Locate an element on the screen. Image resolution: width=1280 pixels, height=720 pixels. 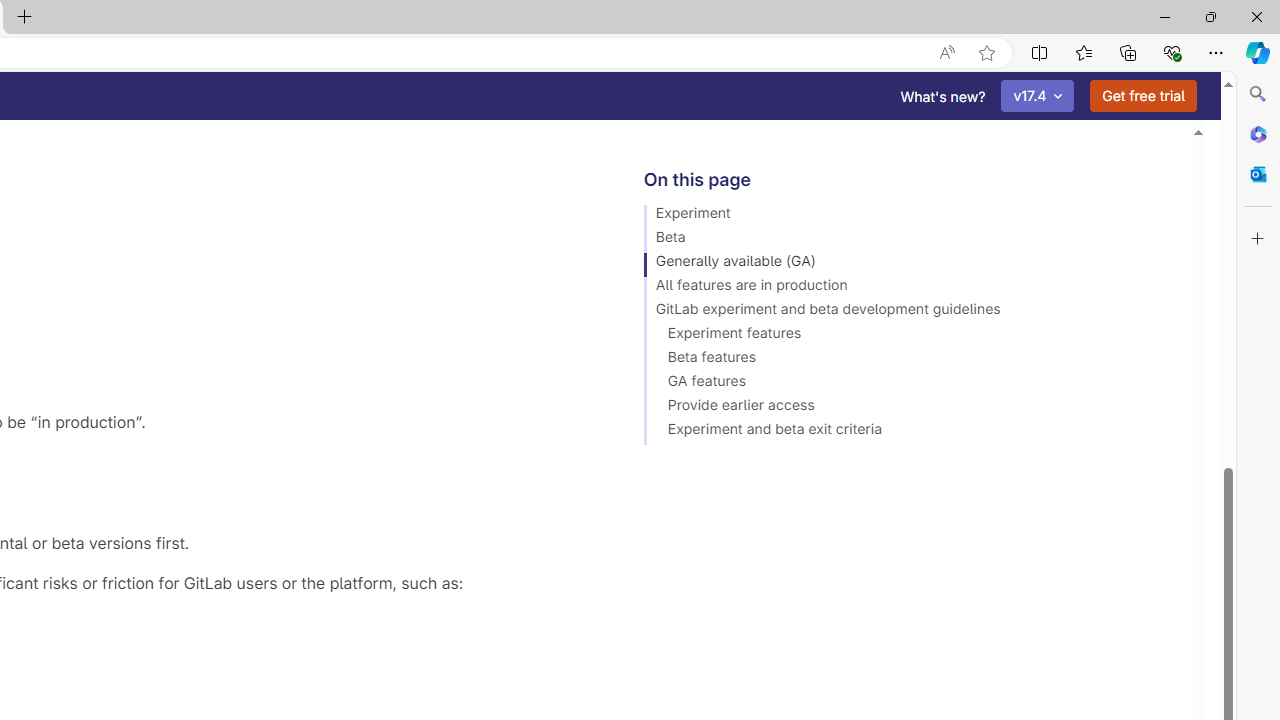
'GA features' is located at coordinates (907, 384).